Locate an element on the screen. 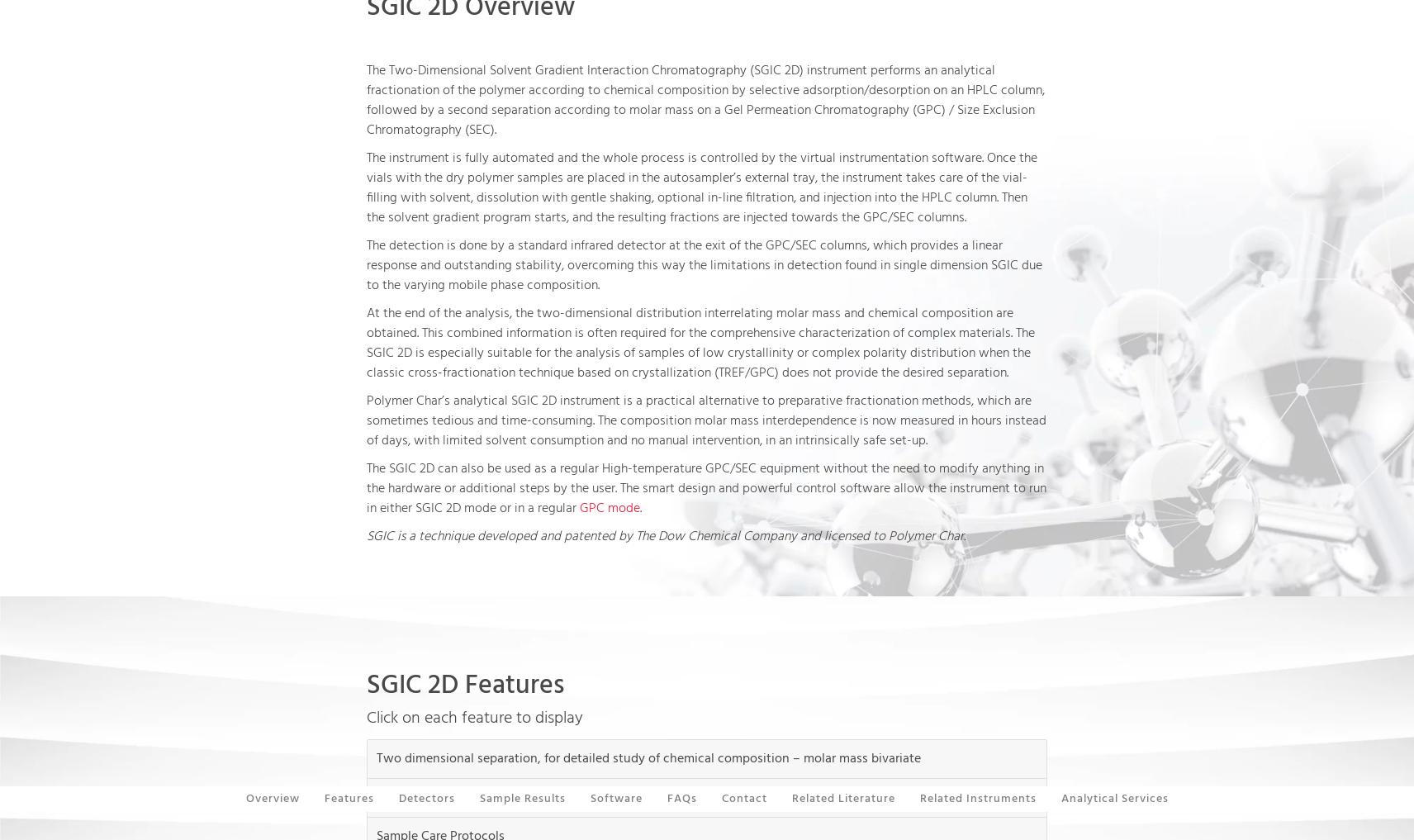 The height and width of the screenshot is (840, 1414). 'Click on each feature to display' is located at coordinates (474, 719).